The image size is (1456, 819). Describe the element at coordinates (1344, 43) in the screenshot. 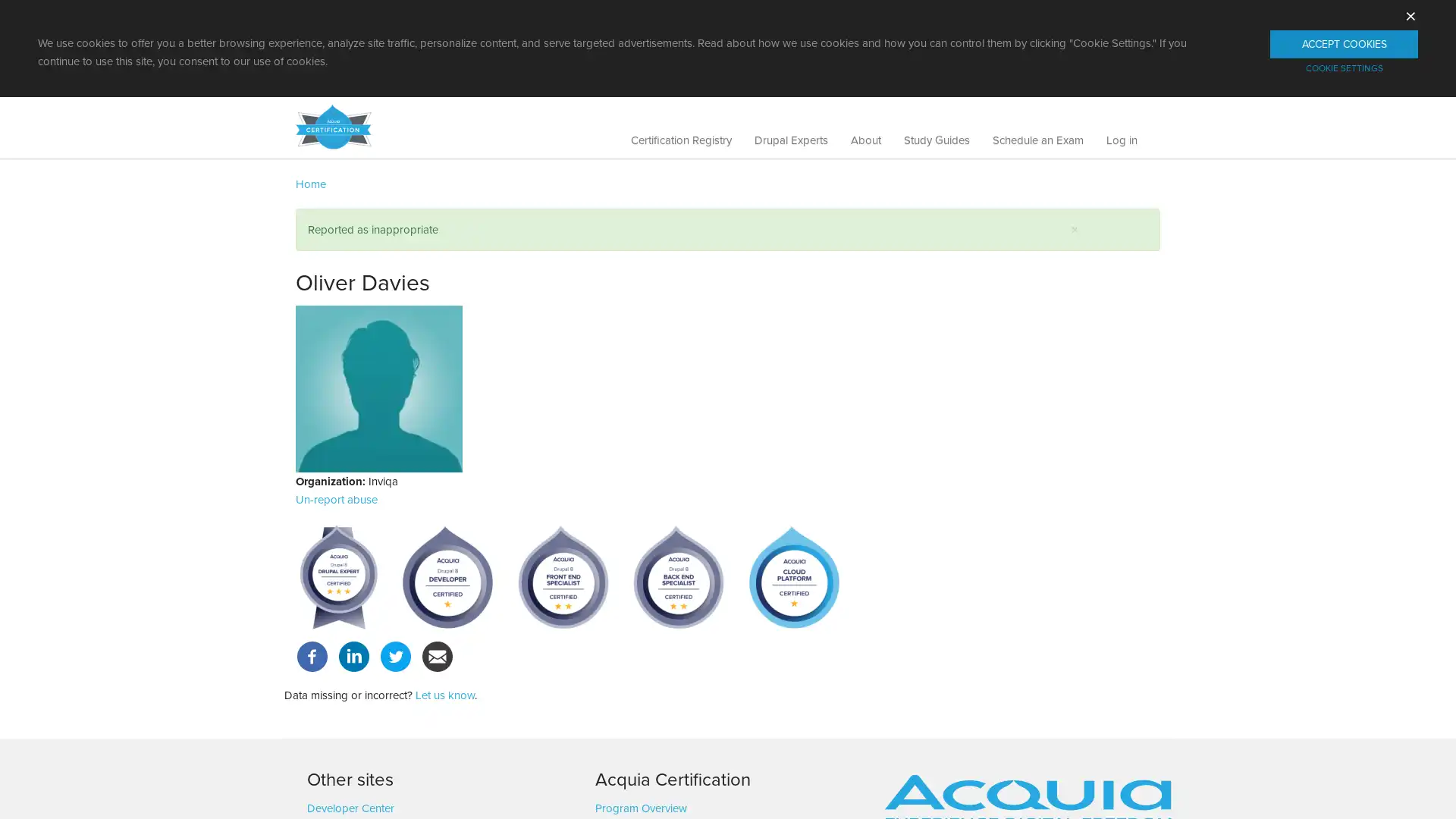

I see `ACCEPT COOKIES` at that location.